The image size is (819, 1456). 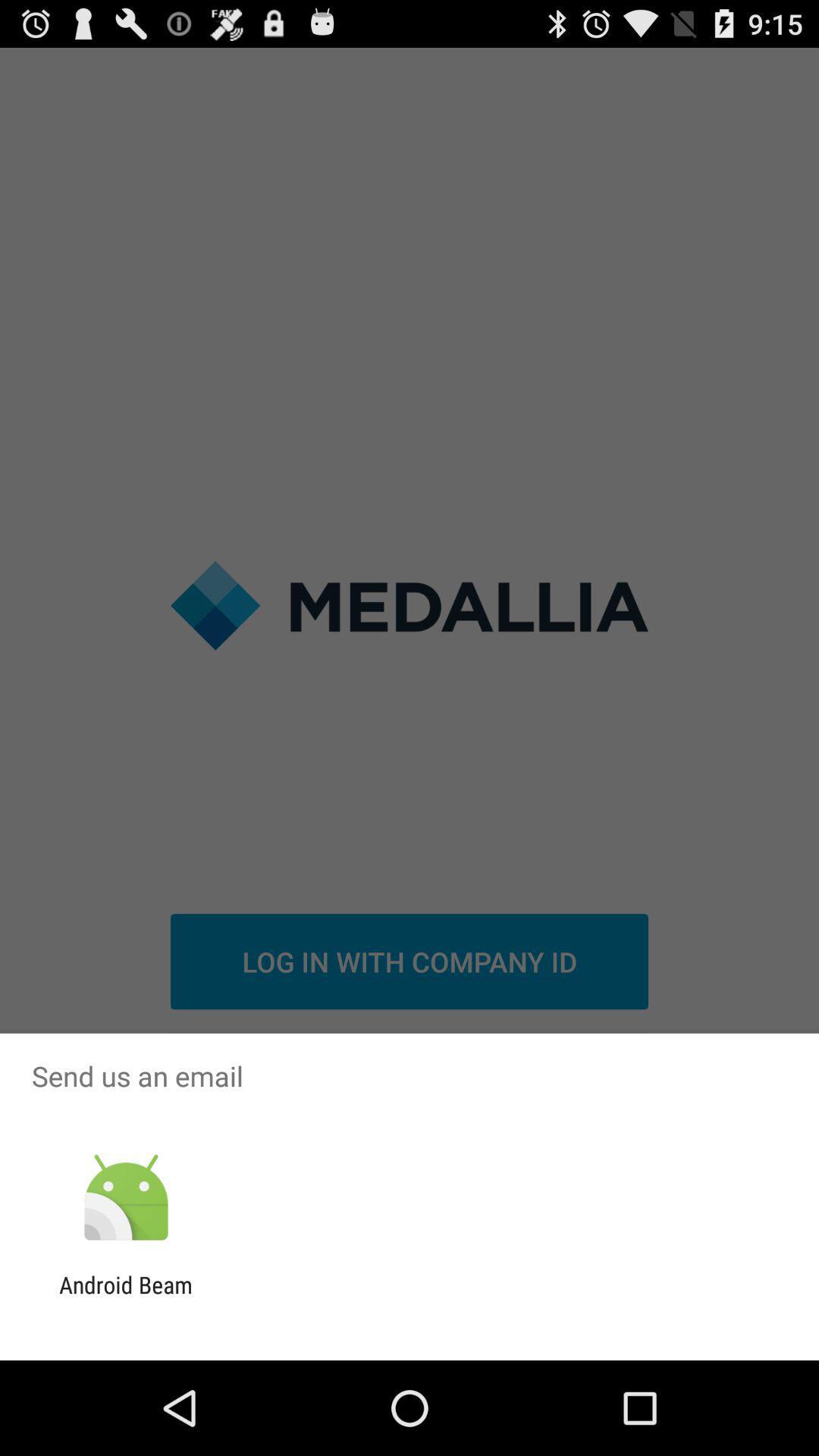 What do you see at coordinates (125, 1197) in the screenshot?
I see `the icon below the send us an` at bounding box center [125, 1197].